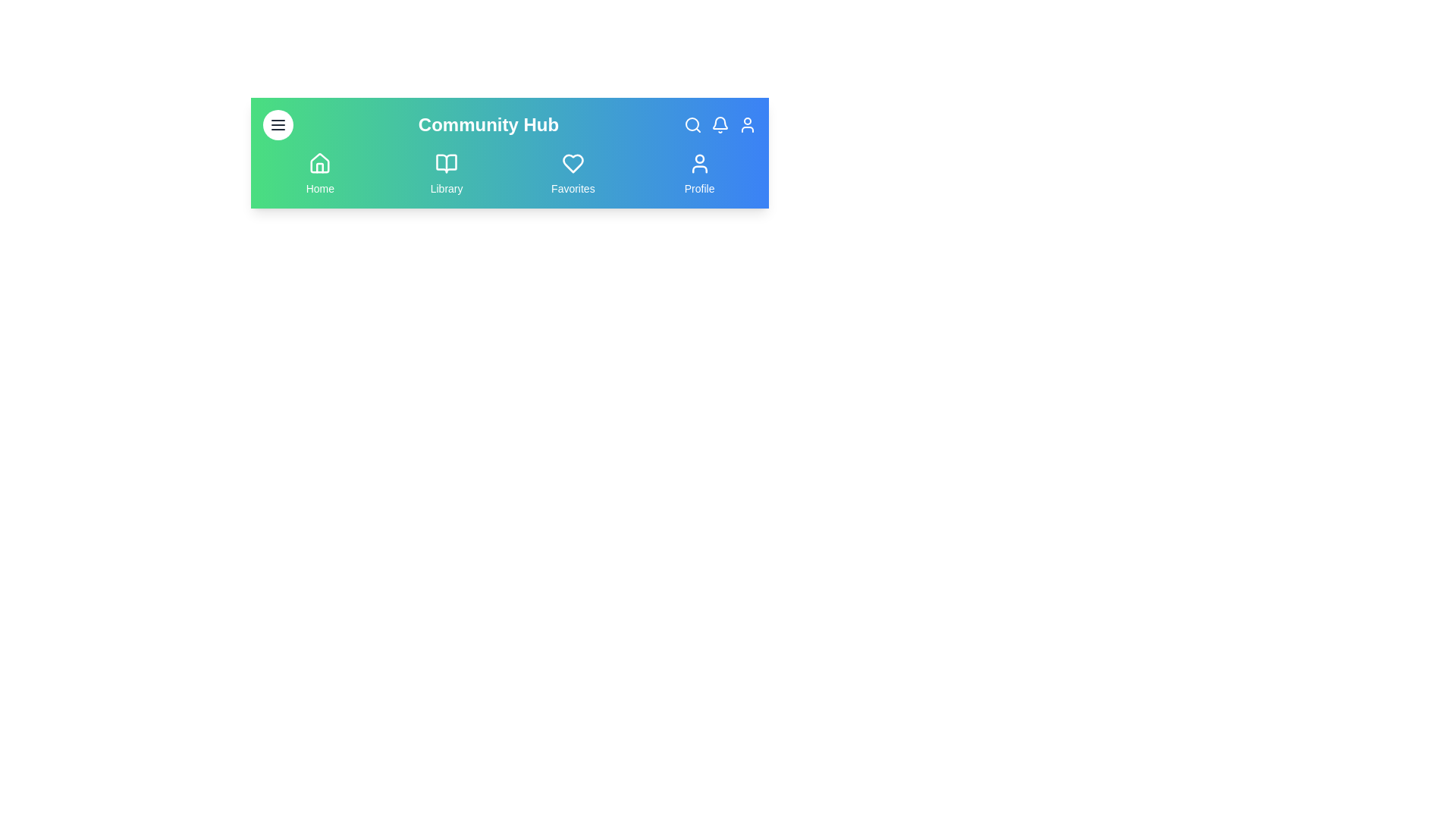 Image resolution: width=1456 pixels, height=819 pixels. What do you see at coordinates (319, 174) in the screenshot?
I see `the navigation menu item Home` at bounding box center [319, 174].